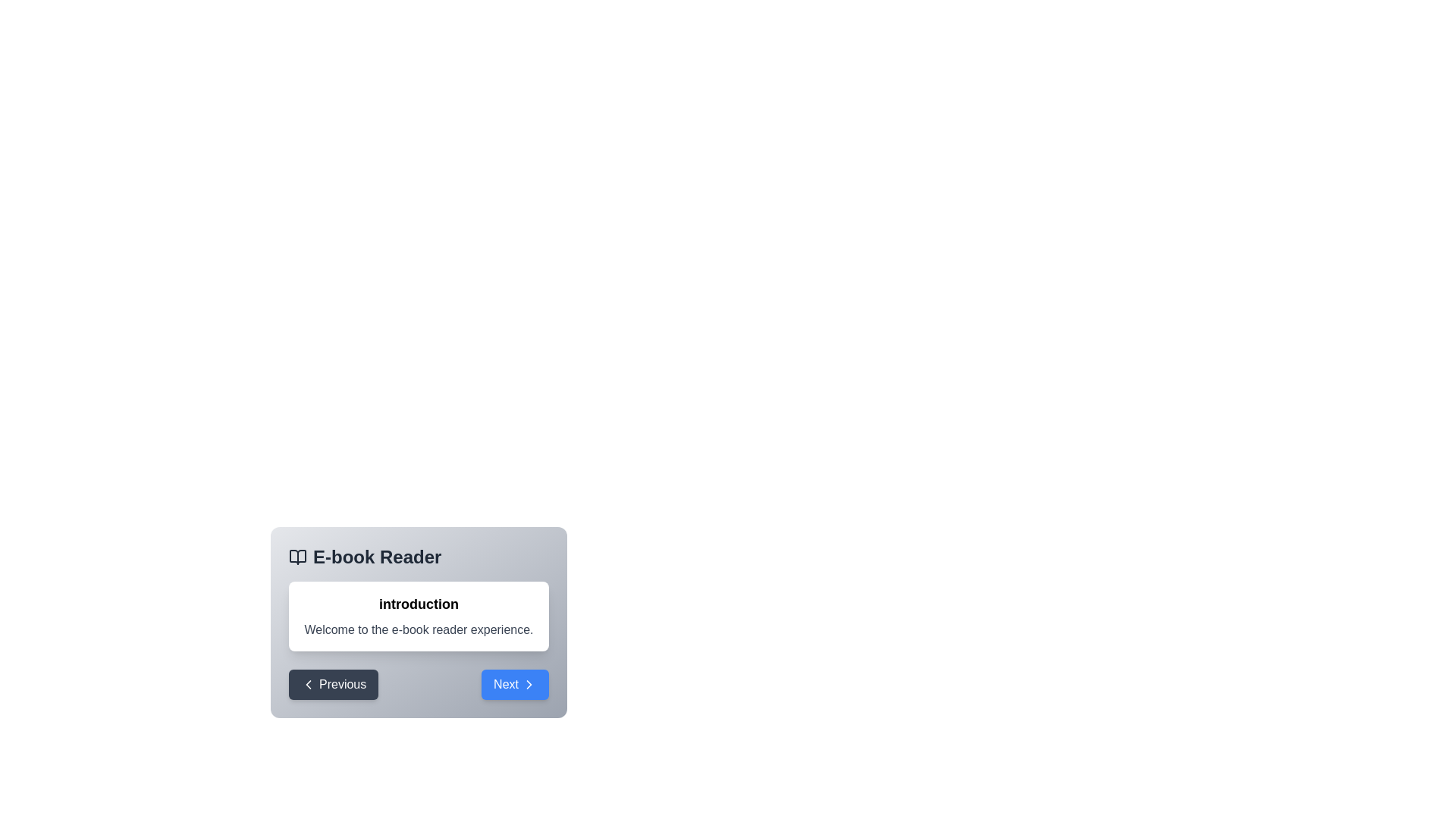 Image resolution: width=1456 pixels, height=819 pixels. What do you see at coordinates (529, 684) in the screenshot?
I see `the SVG icon located to the right of the 'Next' text label within the 'Next' button in the bottom-right corner of the E-book Reader card interface` at bounding box center [529, 684].